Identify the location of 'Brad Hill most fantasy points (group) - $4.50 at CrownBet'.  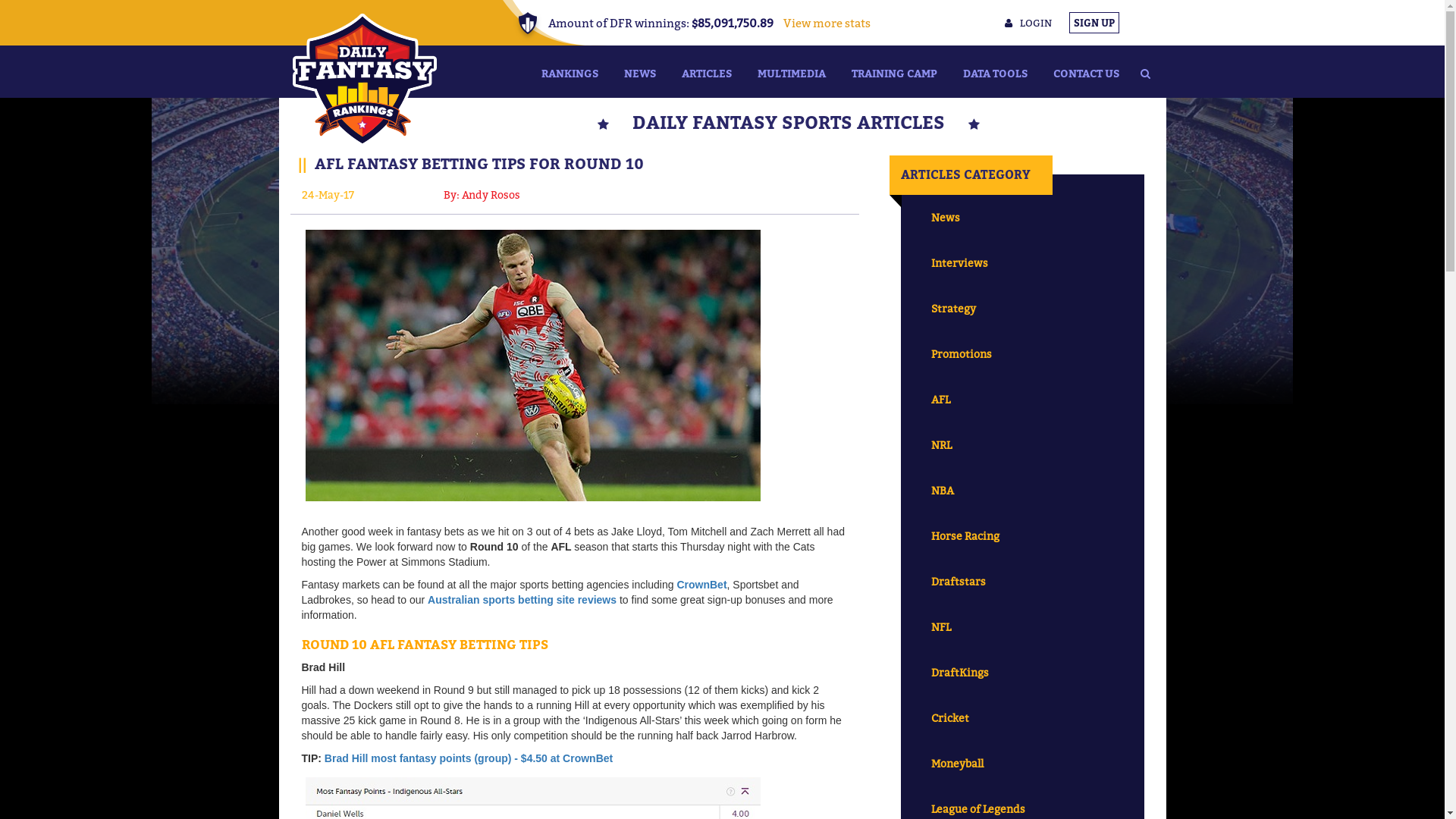
(468, 758).